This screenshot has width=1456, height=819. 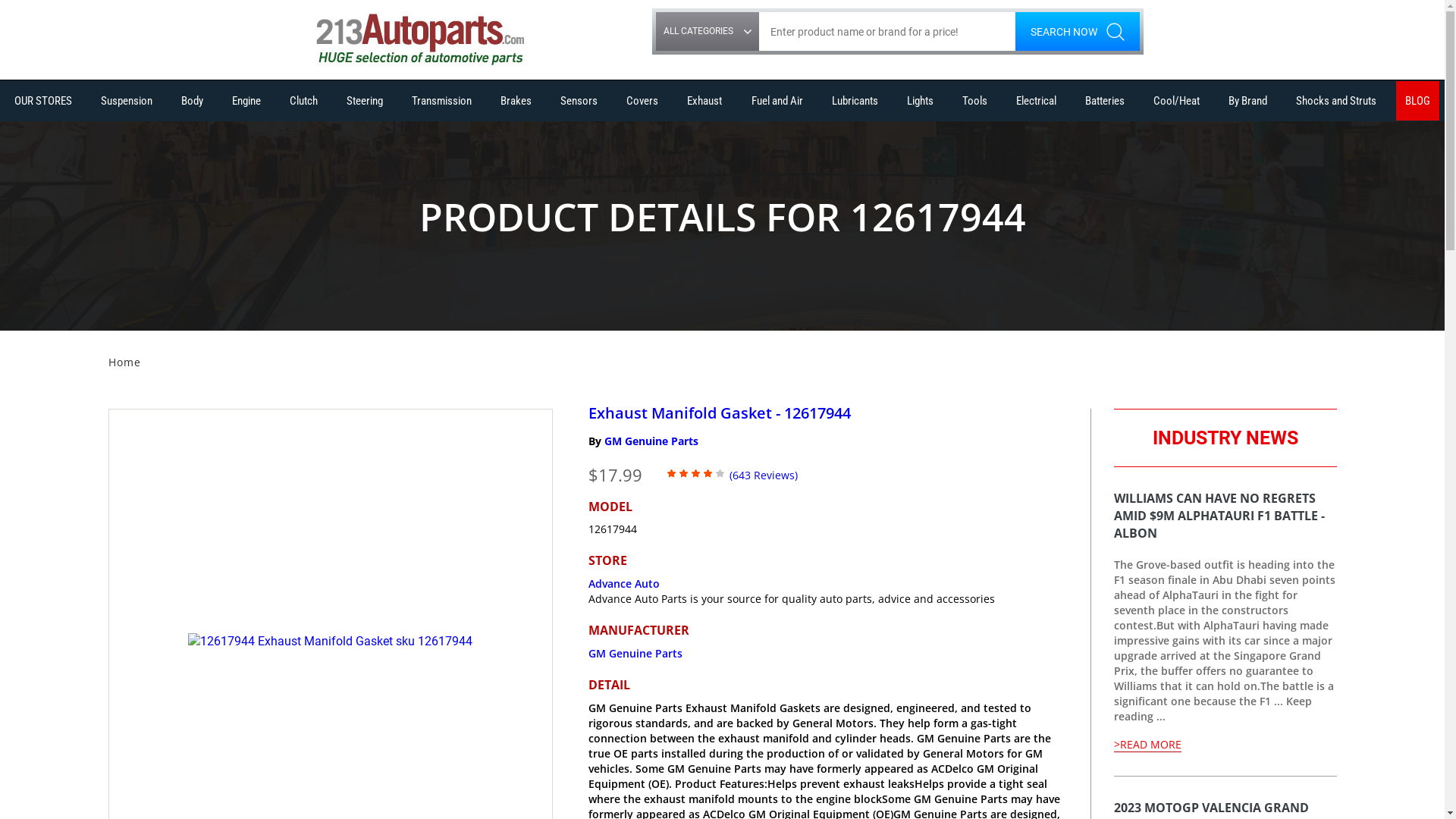 What do you see at coordinates (191, 100) in the screenshot?
I see `'Body'` at bounding box center [191, 100].